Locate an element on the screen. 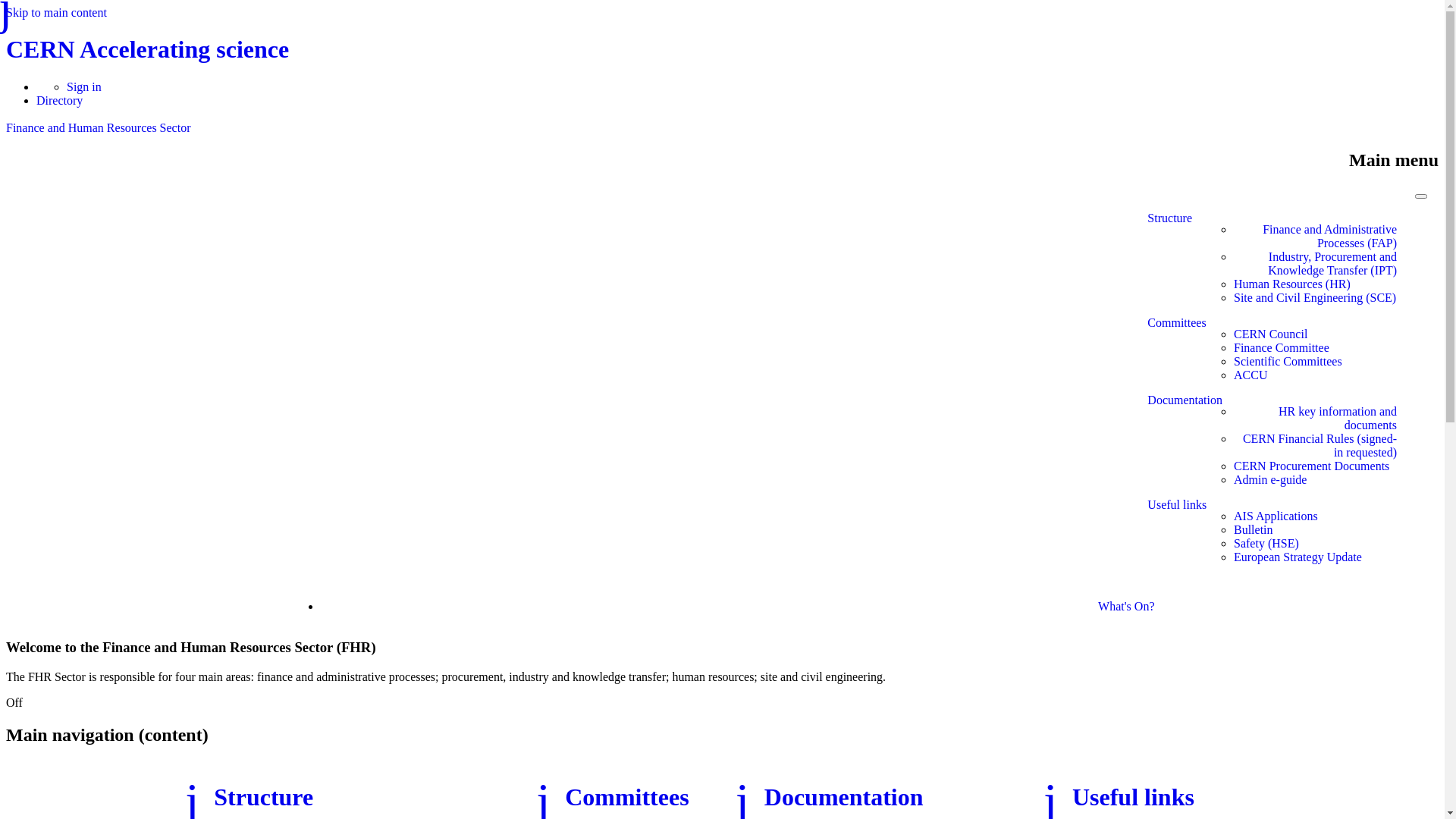  'What's On?' is located at coordinates (1125, 605).